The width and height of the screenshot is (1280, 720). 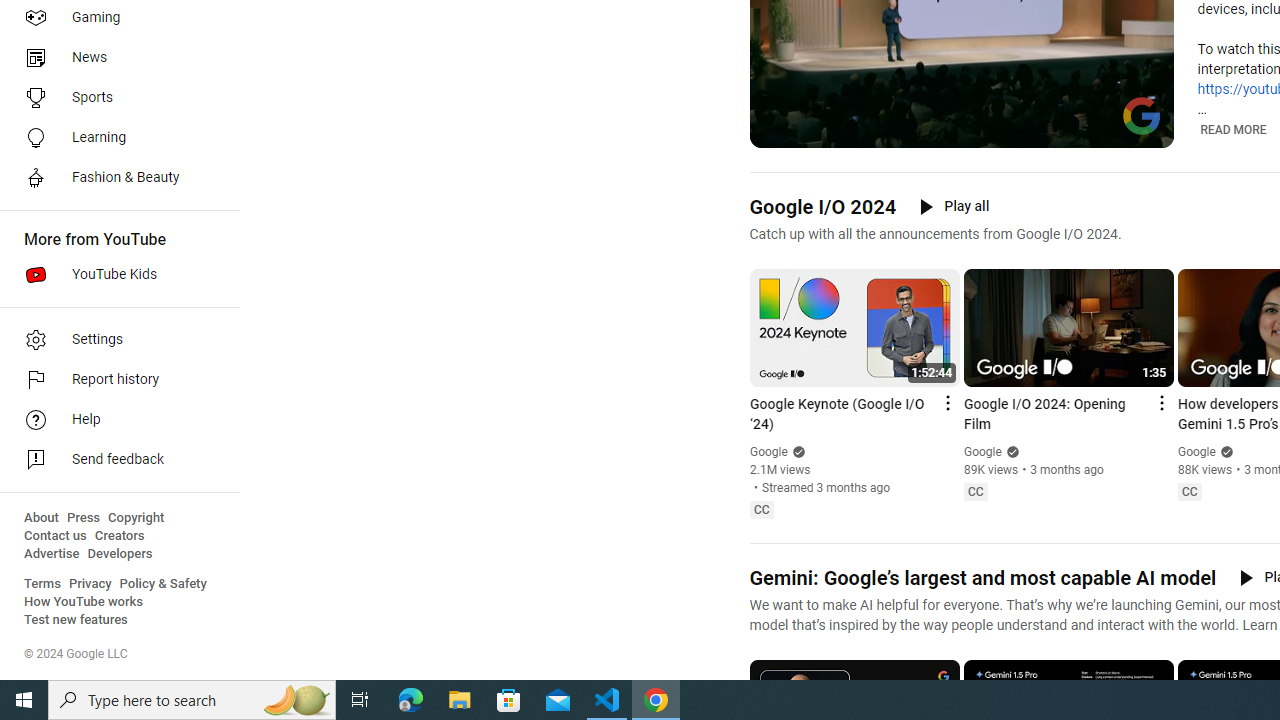 What do you see at coordinates (656, 698) in the screenshot?
I see `'Google Chrome - 1 running window'` at bounding box center [656, 698].